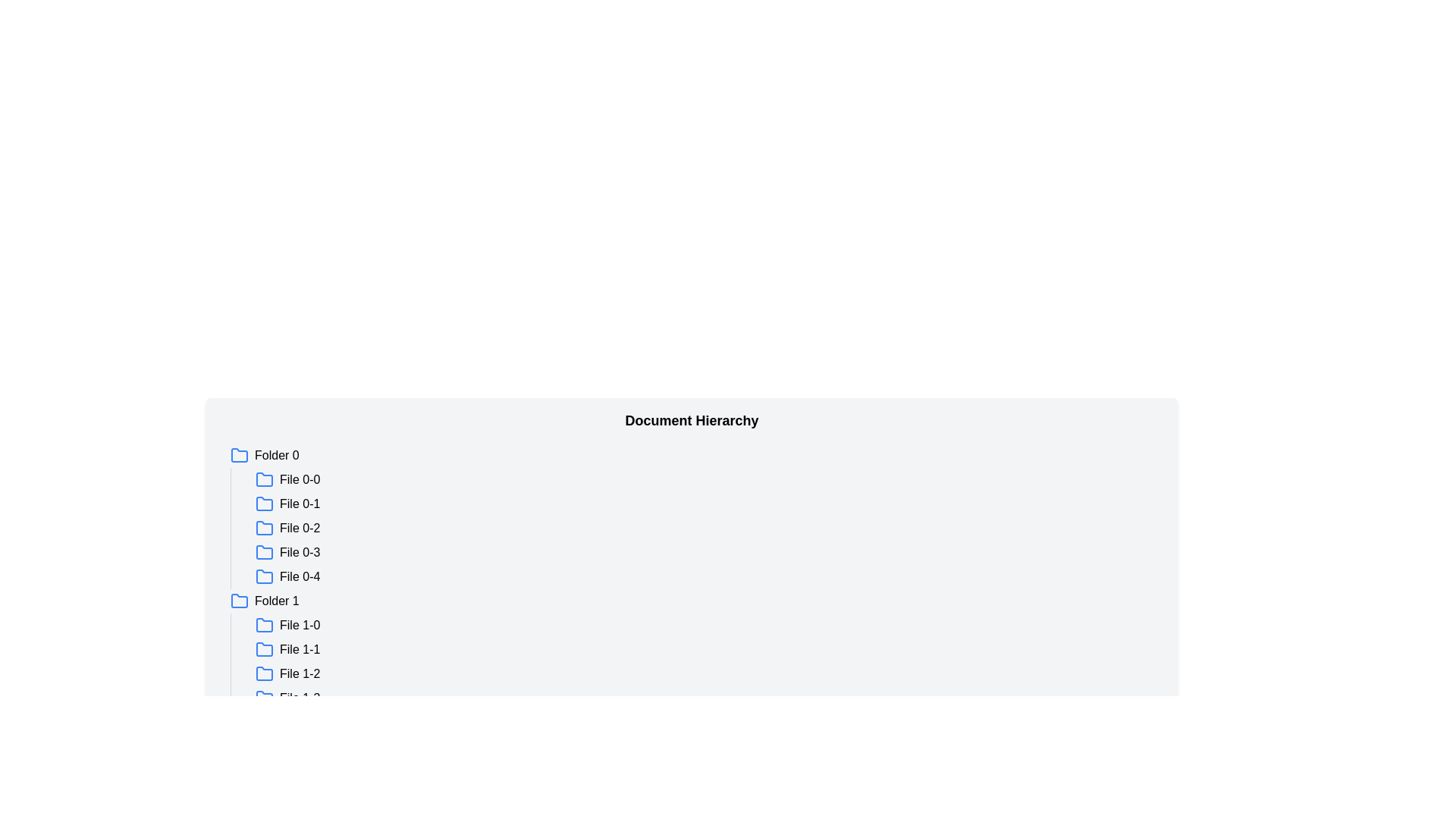 The width and height of the screenshot is (1456, 819). What do you see at coordinates (265, 576) in the screenshot?
I see `the folder icon with a blue outline` at bounding box center [265, 576].